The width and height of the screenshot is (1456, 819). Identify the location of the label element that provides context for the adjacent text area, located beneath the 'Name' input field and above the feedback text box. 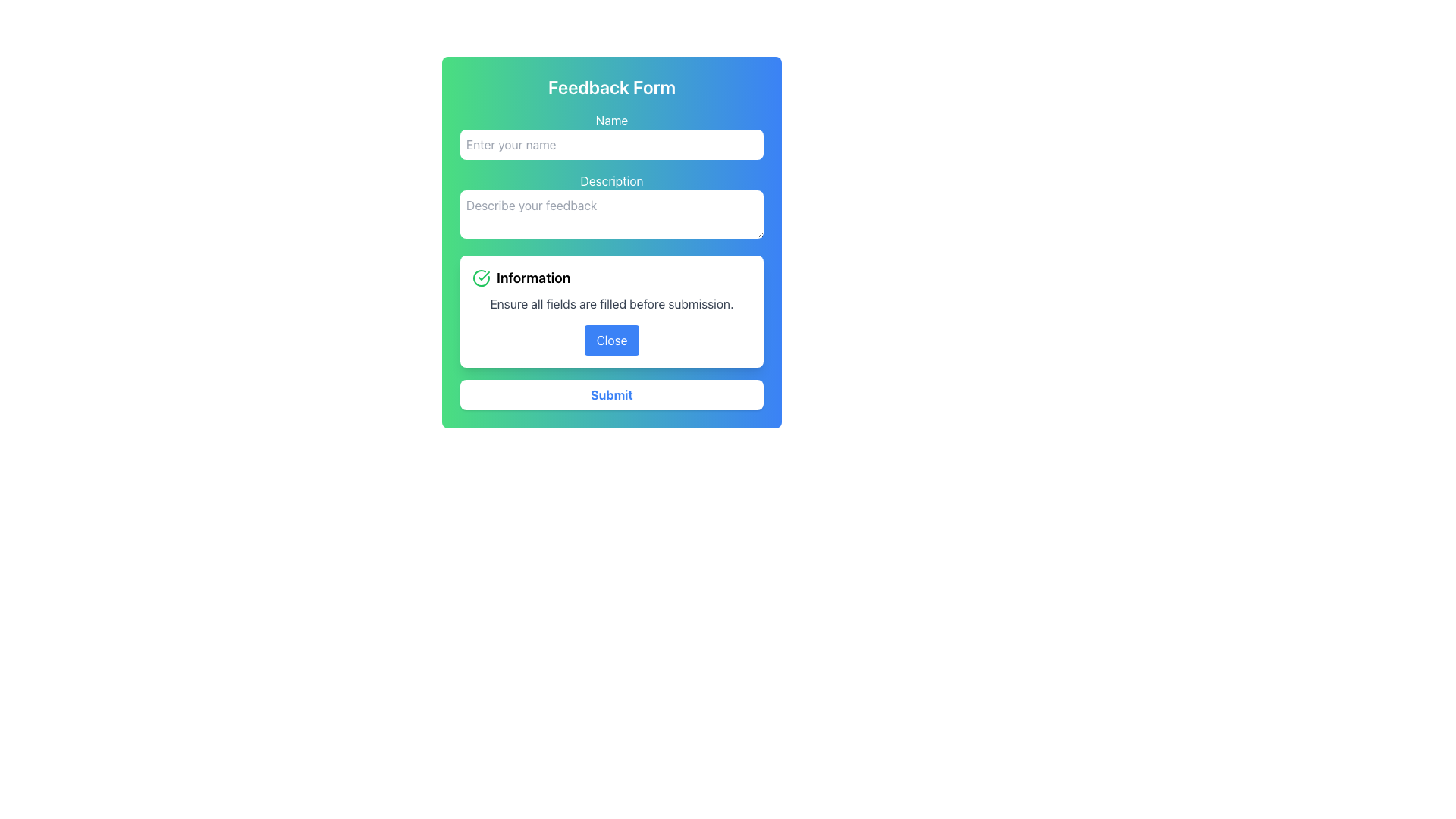
(611, 180).